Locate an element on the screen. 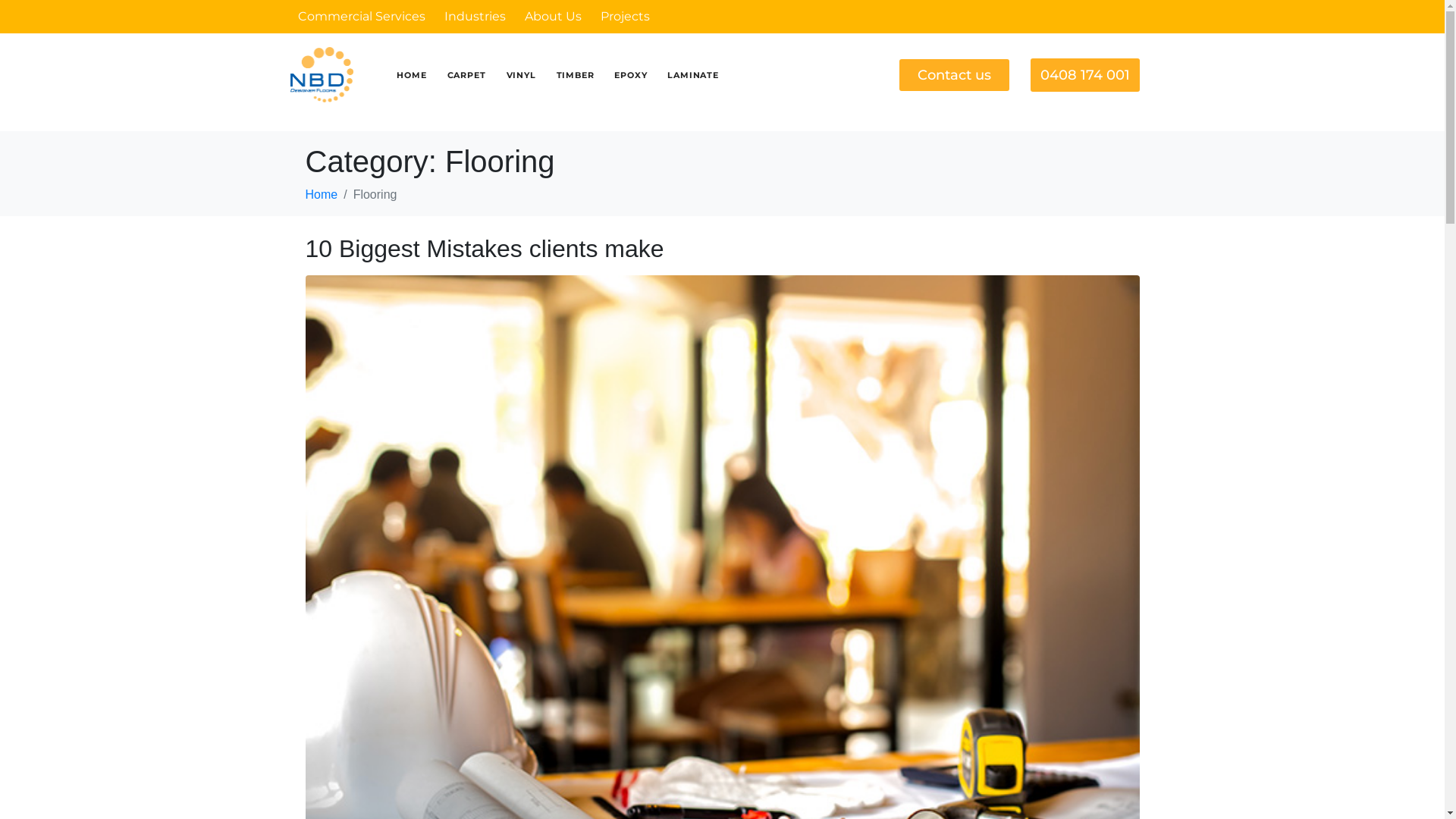 The width and height of the screenshot is (1456, 819). 'Commercial Services' is located at coordinates (359, 16).